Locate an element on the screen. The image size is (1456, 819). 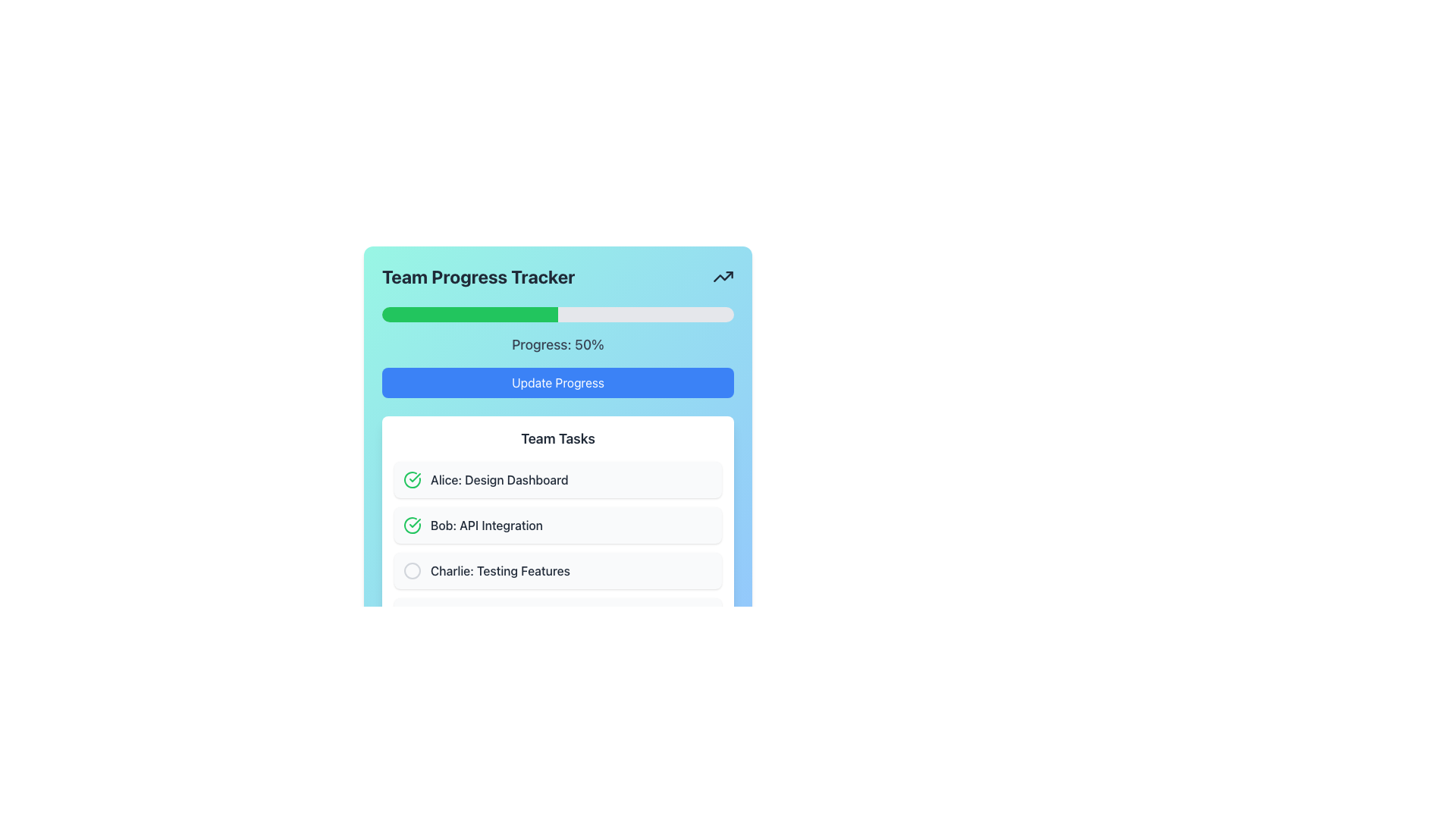
the white card containing the 'Team Tasks' title and task entries, located at the bottom half of the 'Team Progress Tracker' card is located at coordinates (557, 531).